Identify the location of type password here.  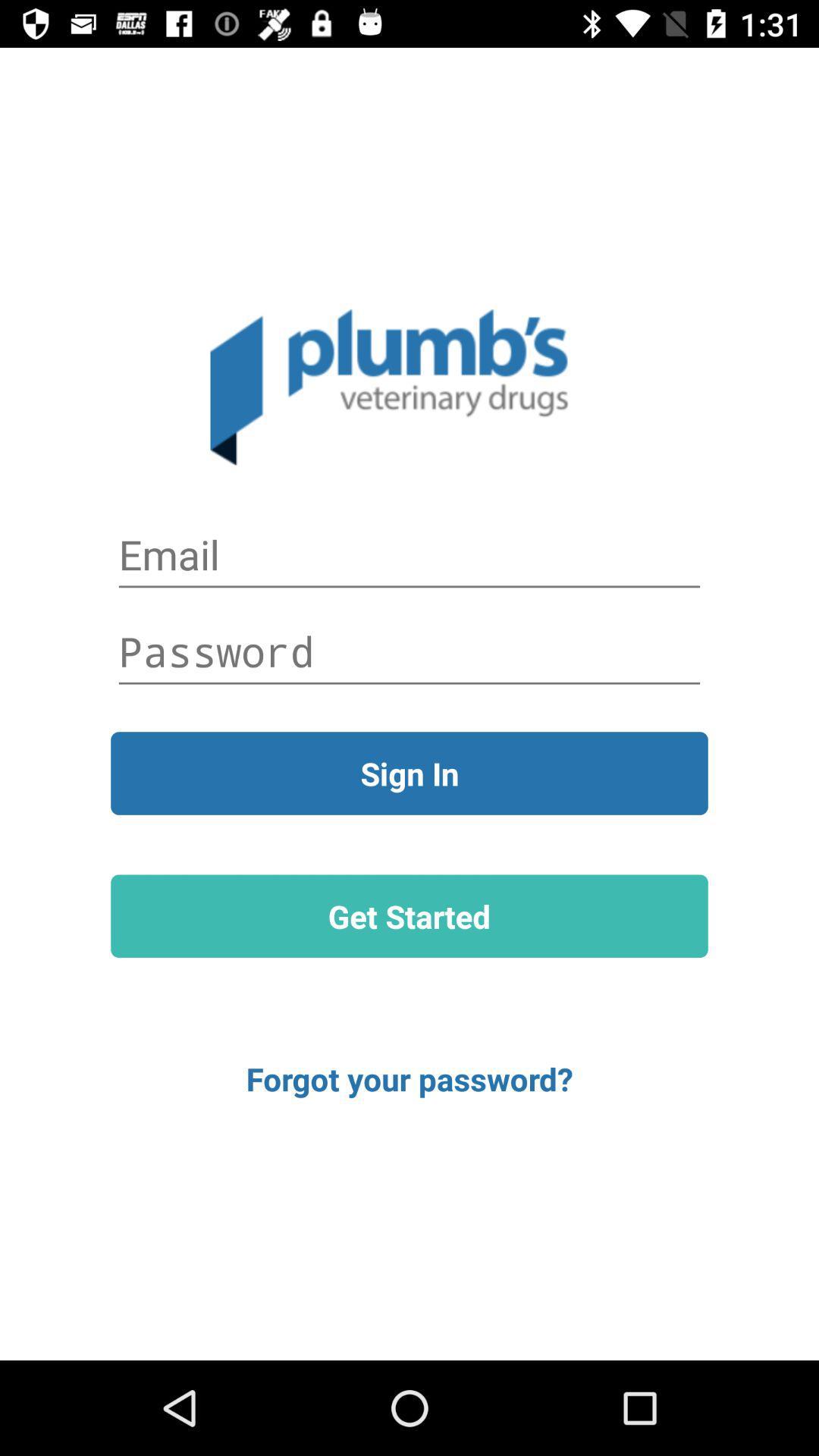
(409, 651).